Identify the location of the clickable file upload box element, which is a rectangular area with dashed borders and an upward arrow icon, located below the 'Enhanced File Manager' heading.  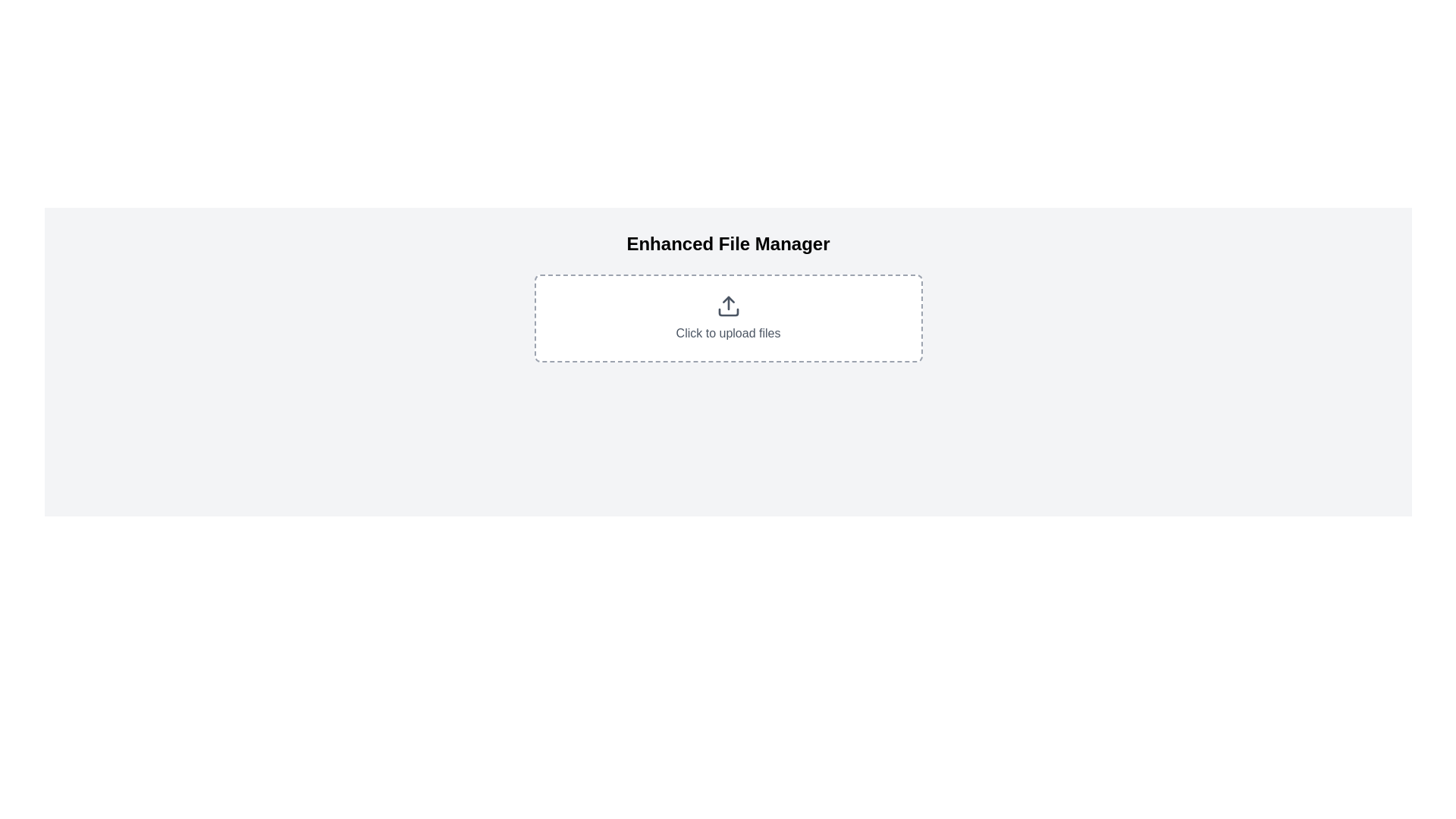
(728, 318).